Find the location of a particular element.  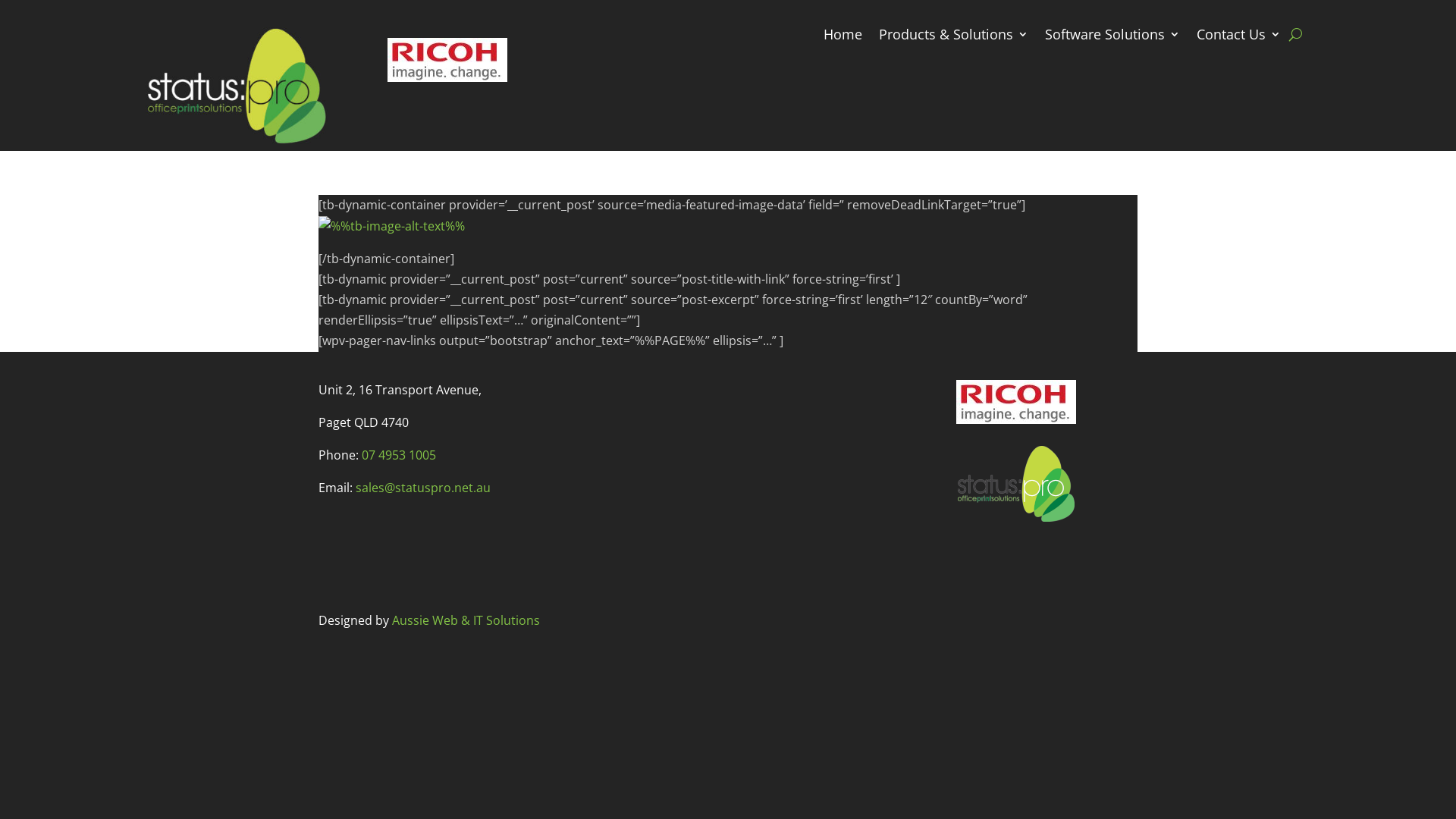

'Products & Solutions' is located at coordinates (952, 36).